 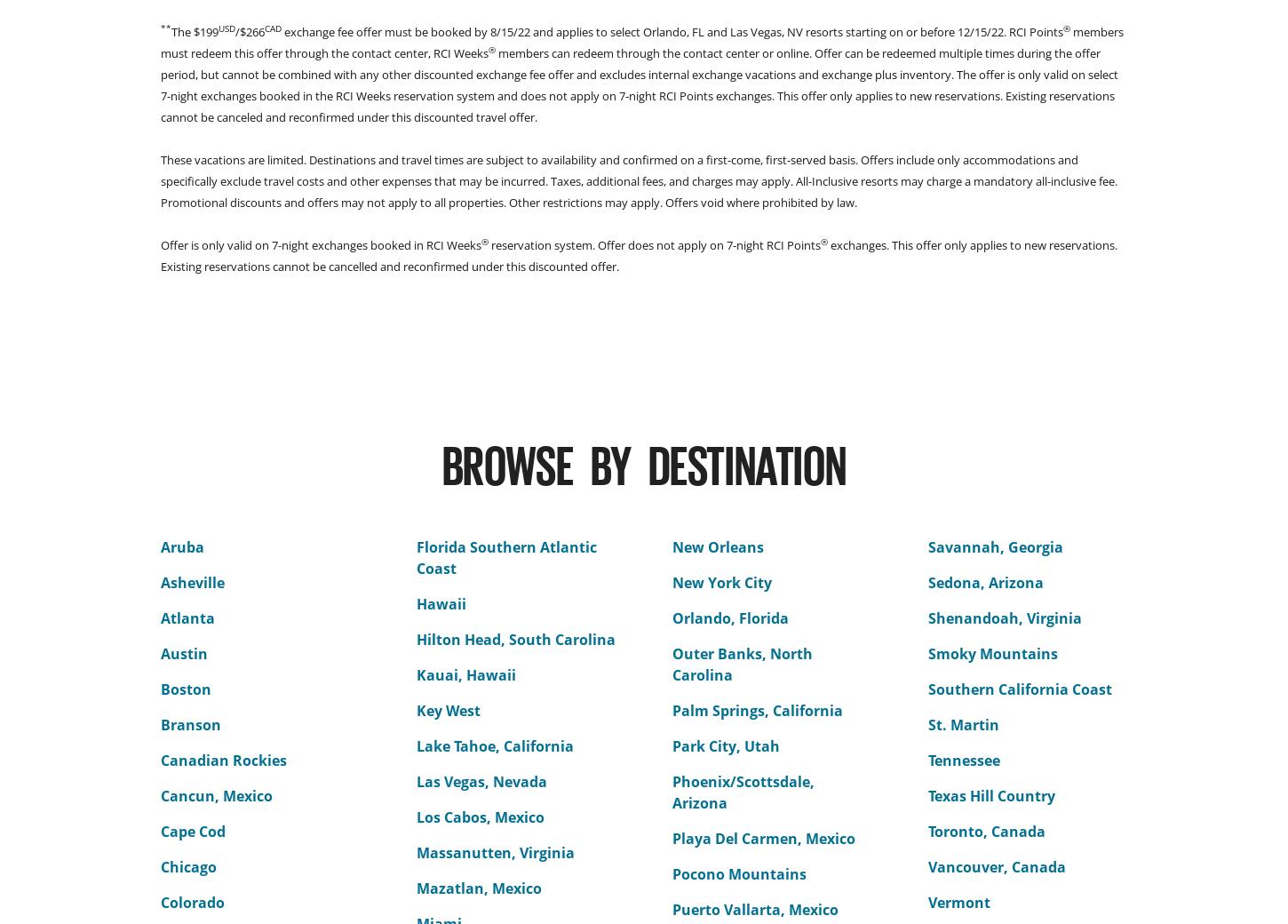 What do you see at coordinates (642, 462) in the screenshot?
I see `'Browse by Destination'` at bounding box center [642, 462].